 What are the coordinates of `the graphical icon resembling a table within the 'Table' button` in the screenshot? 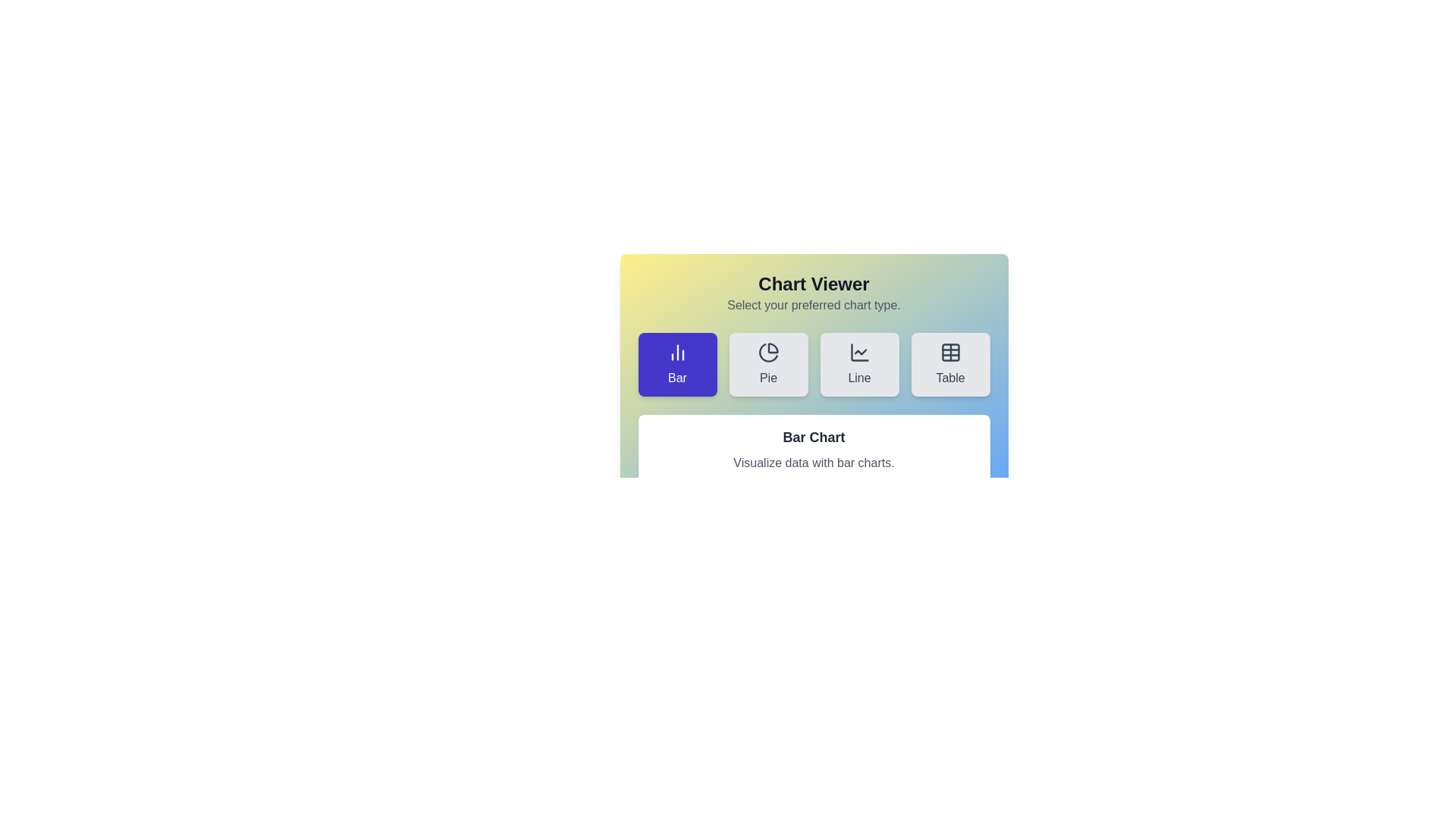 It's located at (949, 353).